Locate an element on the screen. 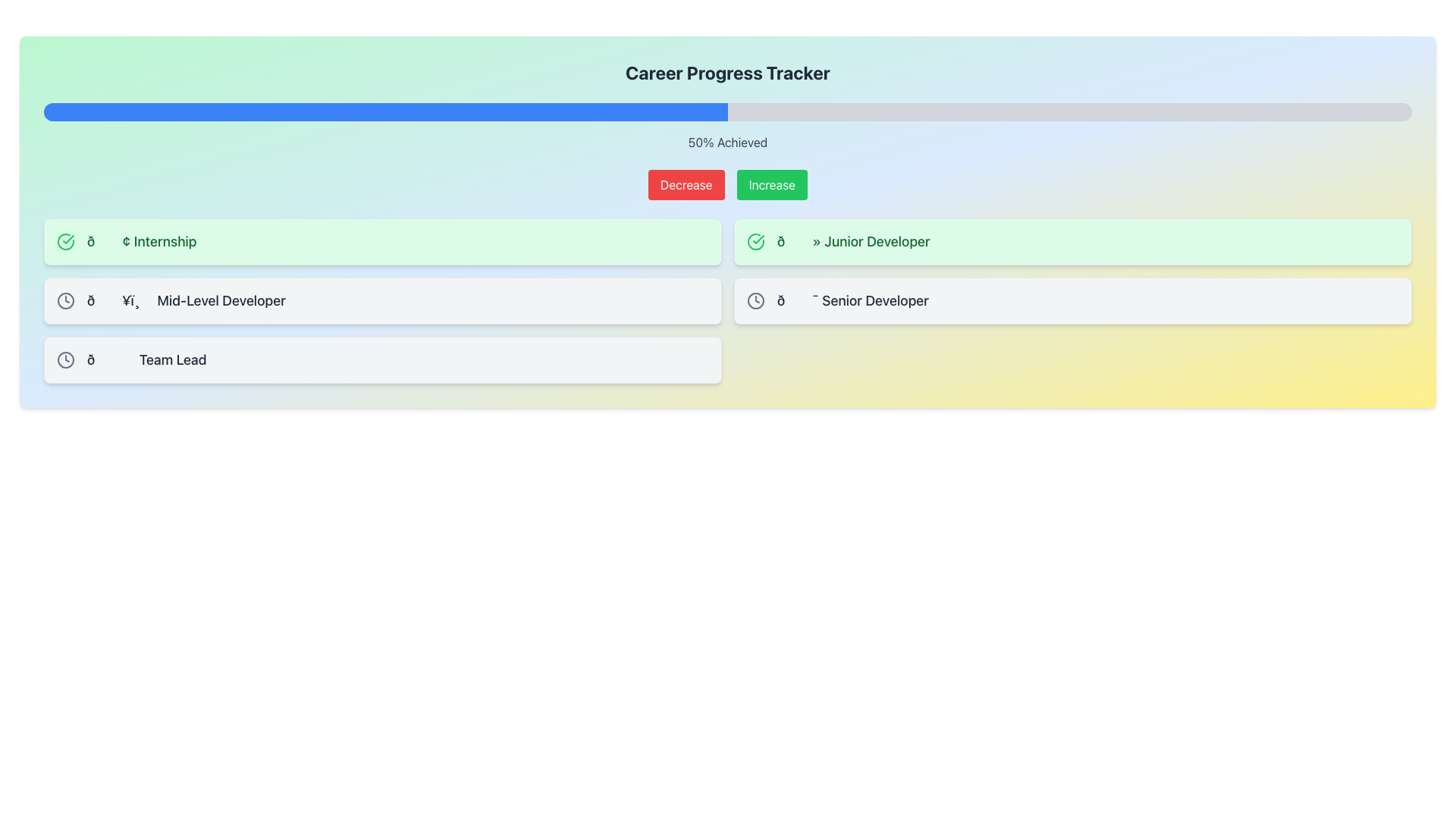 The height and width of the screenshot is (819, 1456). the checkmark icon that indicates the completion of the 'Internship' stage in the progression tracker is located at coordinates (64, 241).